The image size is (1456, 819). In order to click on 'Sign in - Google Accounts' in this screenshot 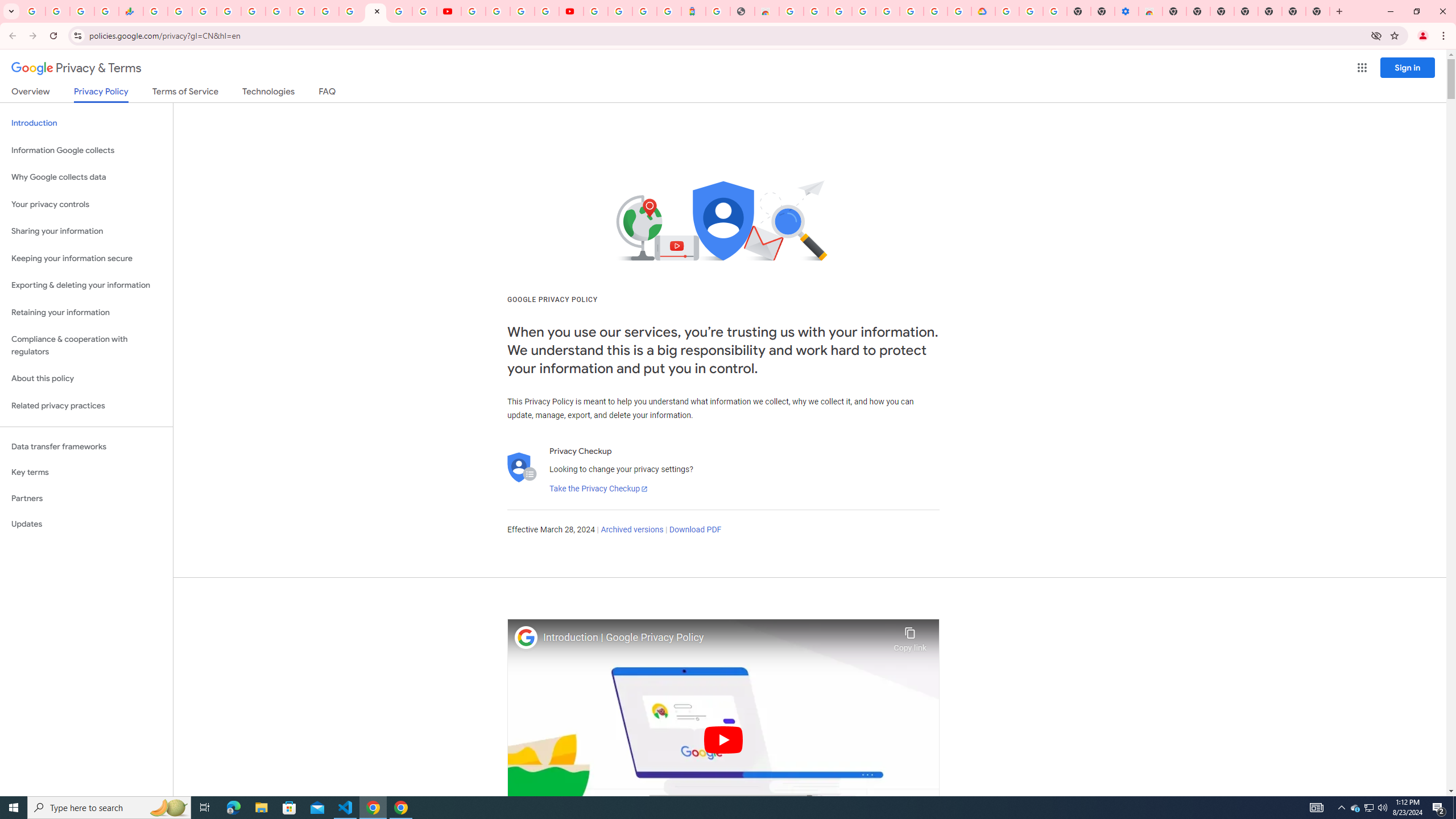, I will do `click(227, 11)`.